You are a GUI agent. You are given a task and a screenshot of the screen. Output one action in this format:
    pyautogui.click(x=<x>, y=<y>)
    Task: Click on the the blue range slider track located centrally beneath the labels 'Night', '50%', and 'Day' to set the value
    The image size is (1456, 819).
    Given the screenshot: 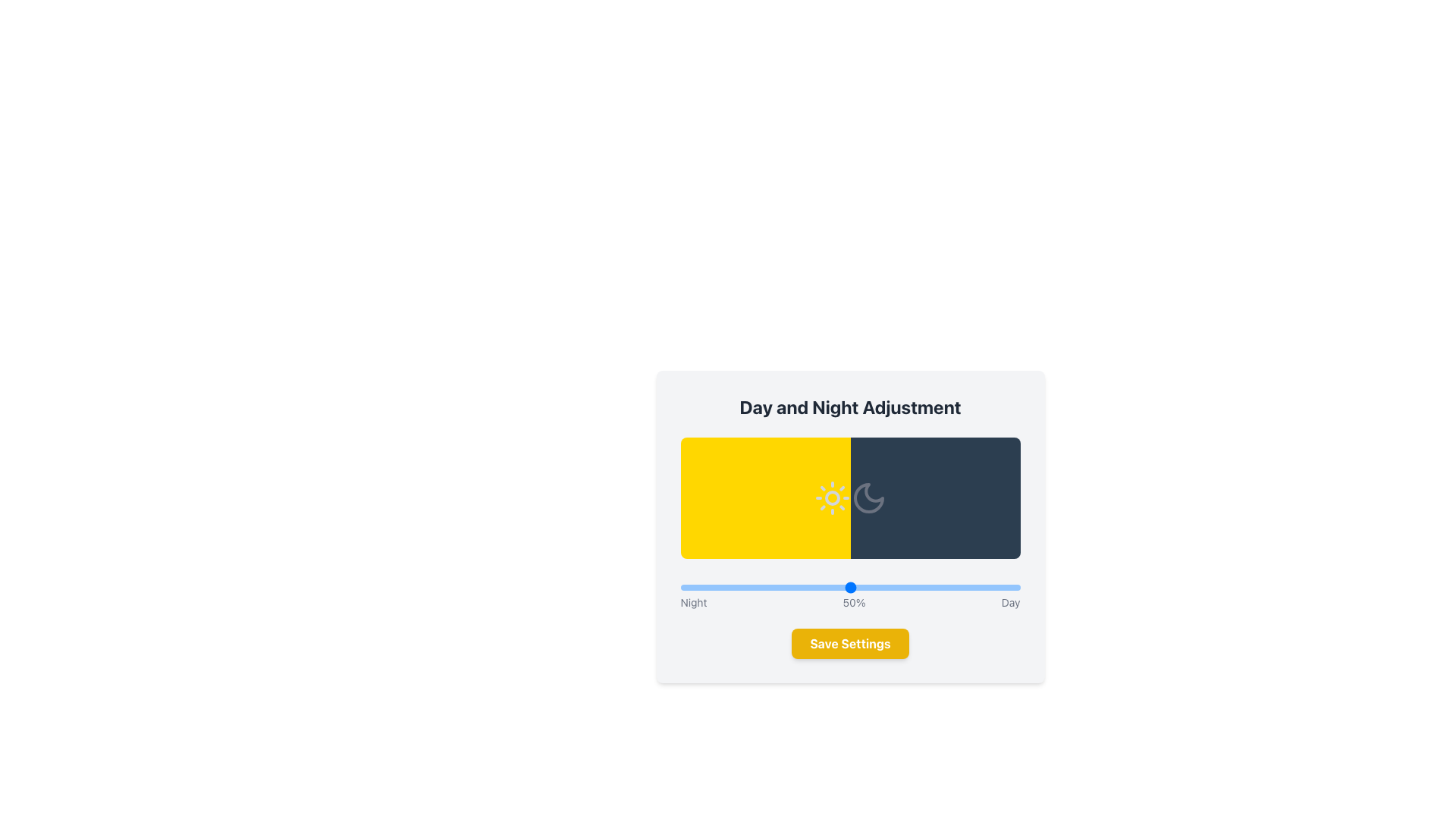 What is the action you would take?
    pyautogui.click(x=850, y=587)
    